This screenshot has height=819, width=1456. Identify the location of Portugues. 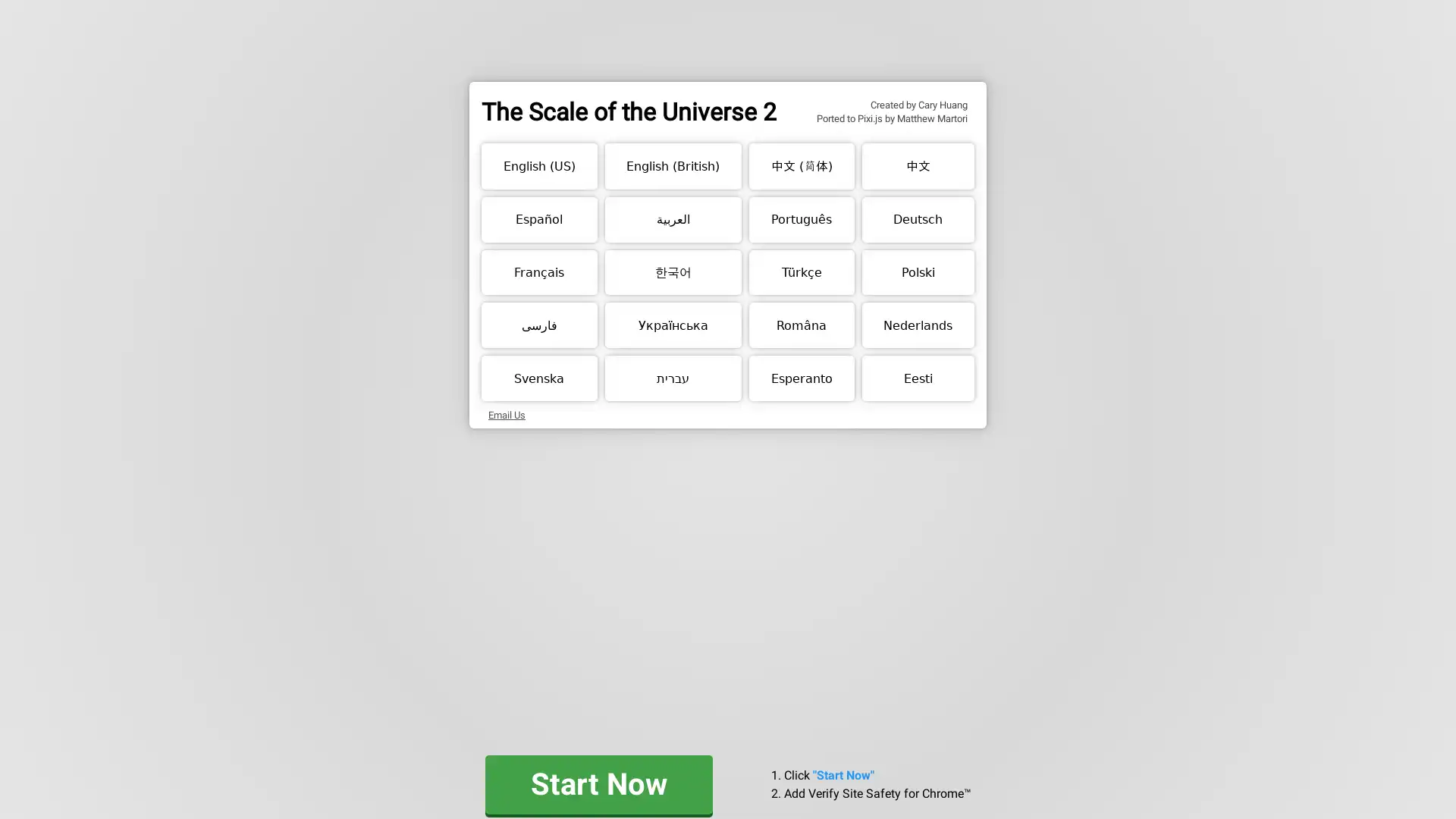
(800, 219).